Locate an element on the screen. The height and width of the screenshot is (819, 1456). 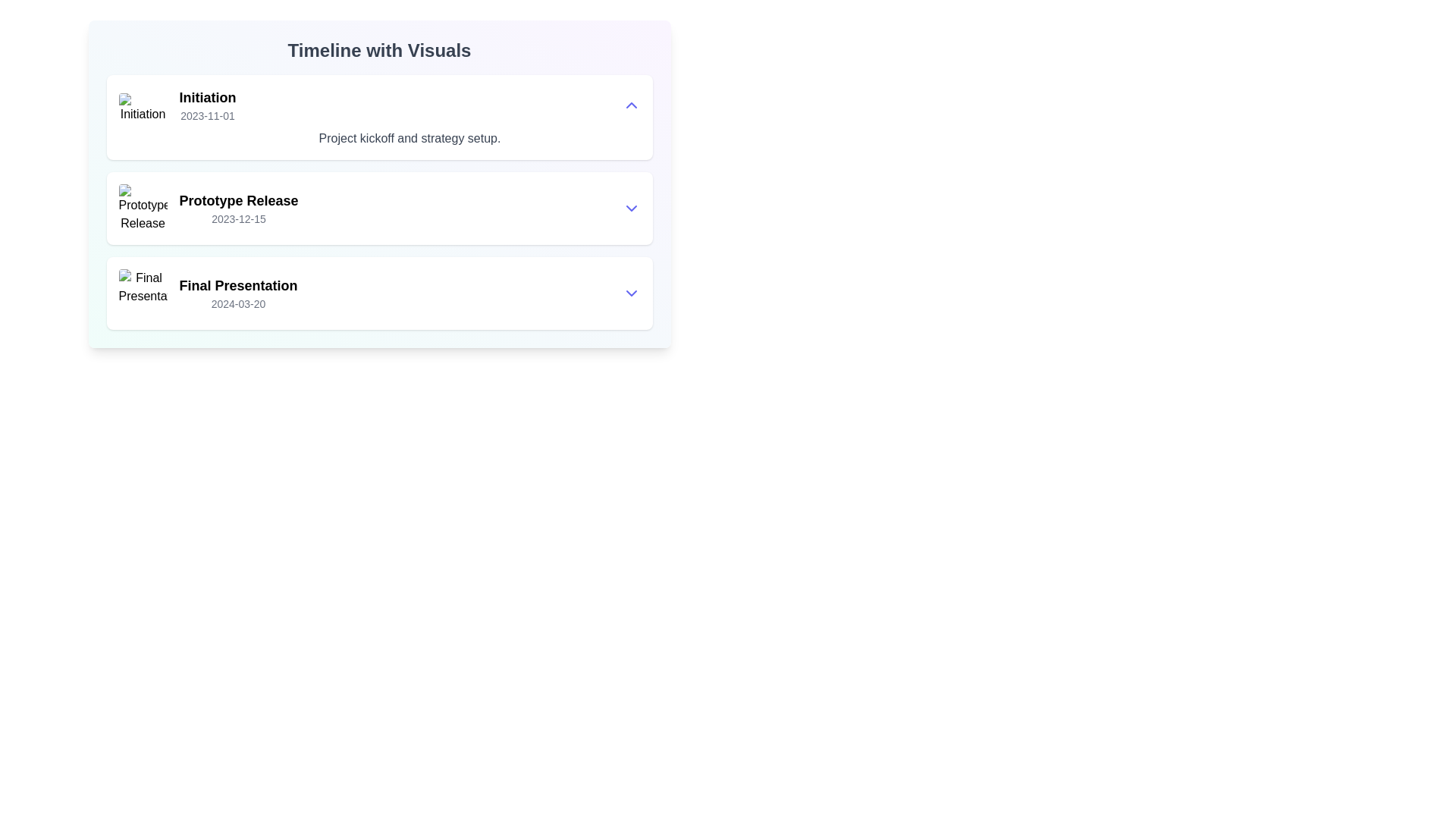
the 'Prototype Release' milestone timeline entry, which is the second entry in the vertical list of events within the timeline, located between 'Initiation' and 'Final Presentation' is located at coordinates (379, 201).